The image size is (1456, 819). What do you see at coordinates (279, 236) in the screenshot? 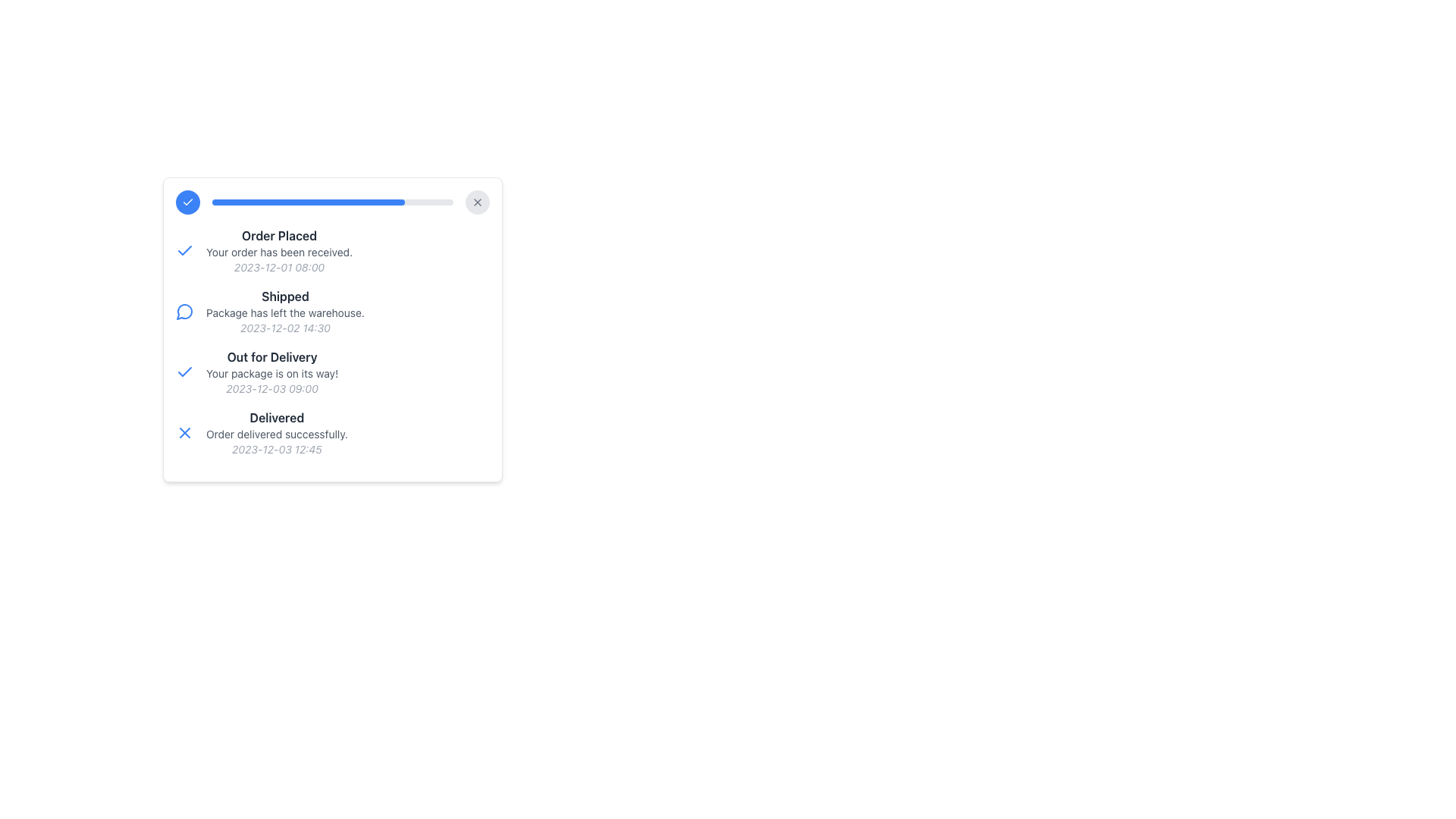
I see `the informational text label indicating the first stage in the order status progress, located at the top of the list in the progress tracking interface` at bounding box center [279, 236].